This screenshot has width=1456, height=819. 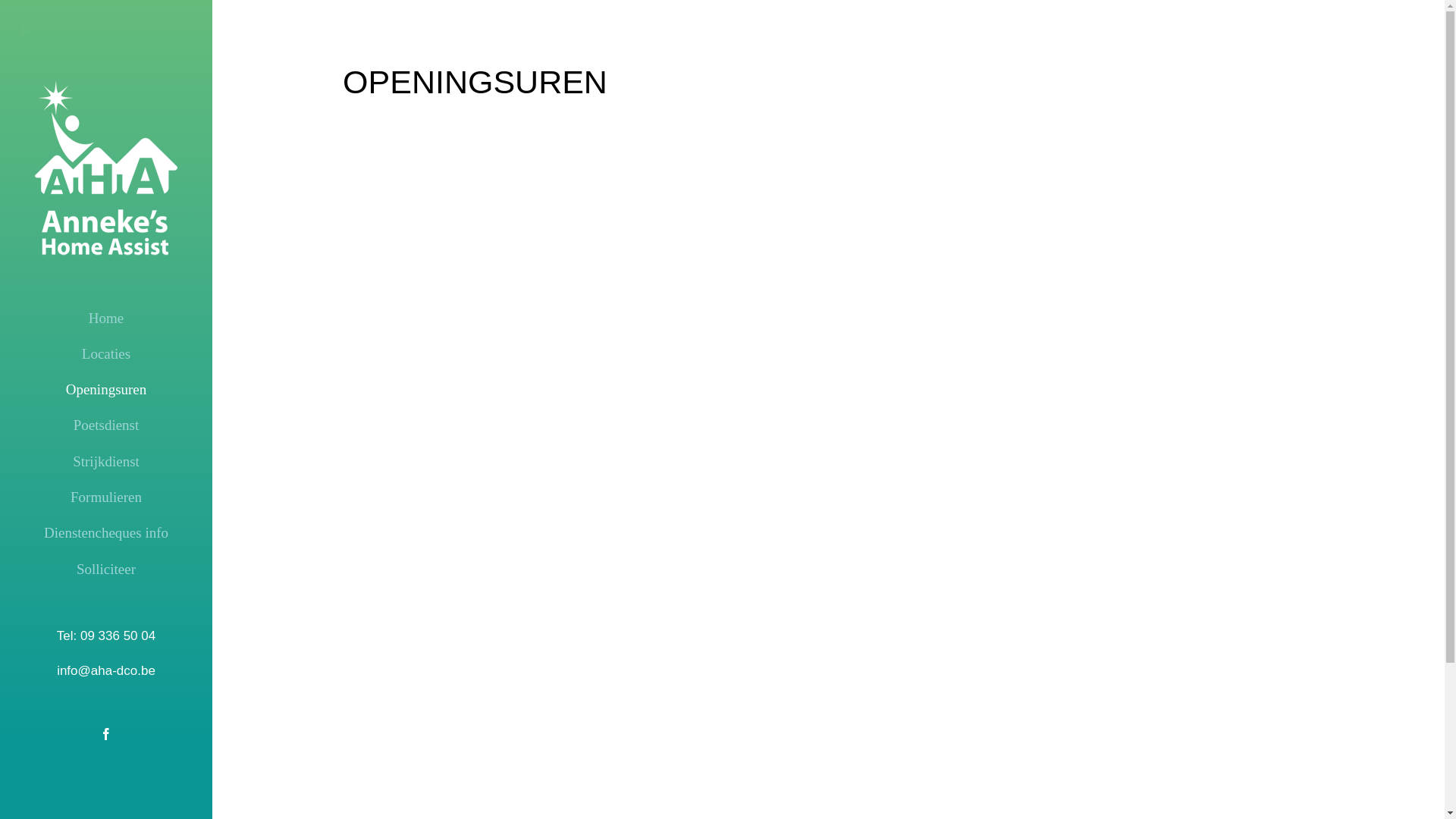 What do you see at coordinates (105, 353) in the screenshot?
I see `'Locaties'` at bounding box center [105, 353].